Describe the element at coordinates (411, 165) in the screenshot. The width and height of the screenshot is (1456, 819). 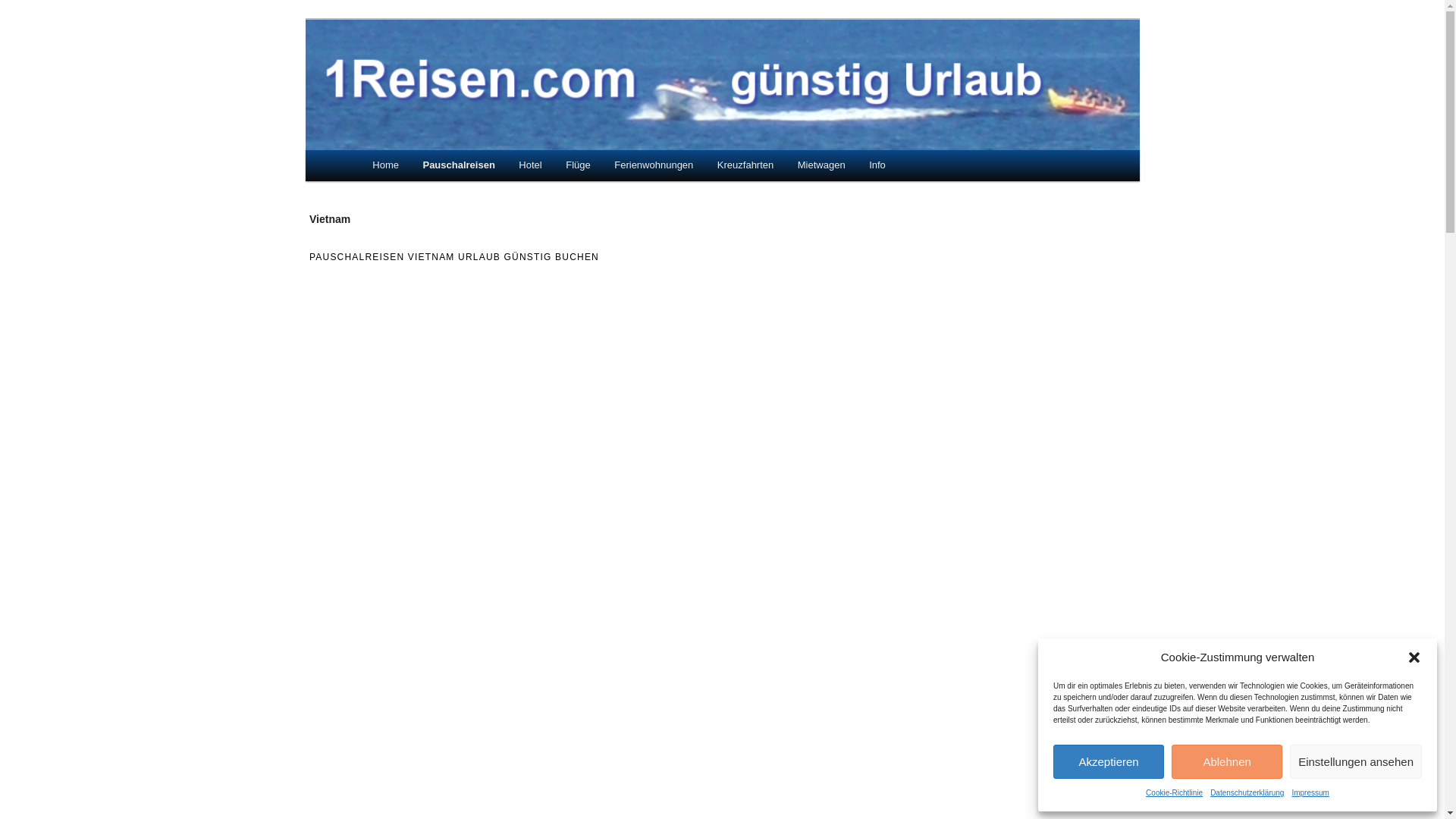
I see `'Pauschalreisen'` at that location.